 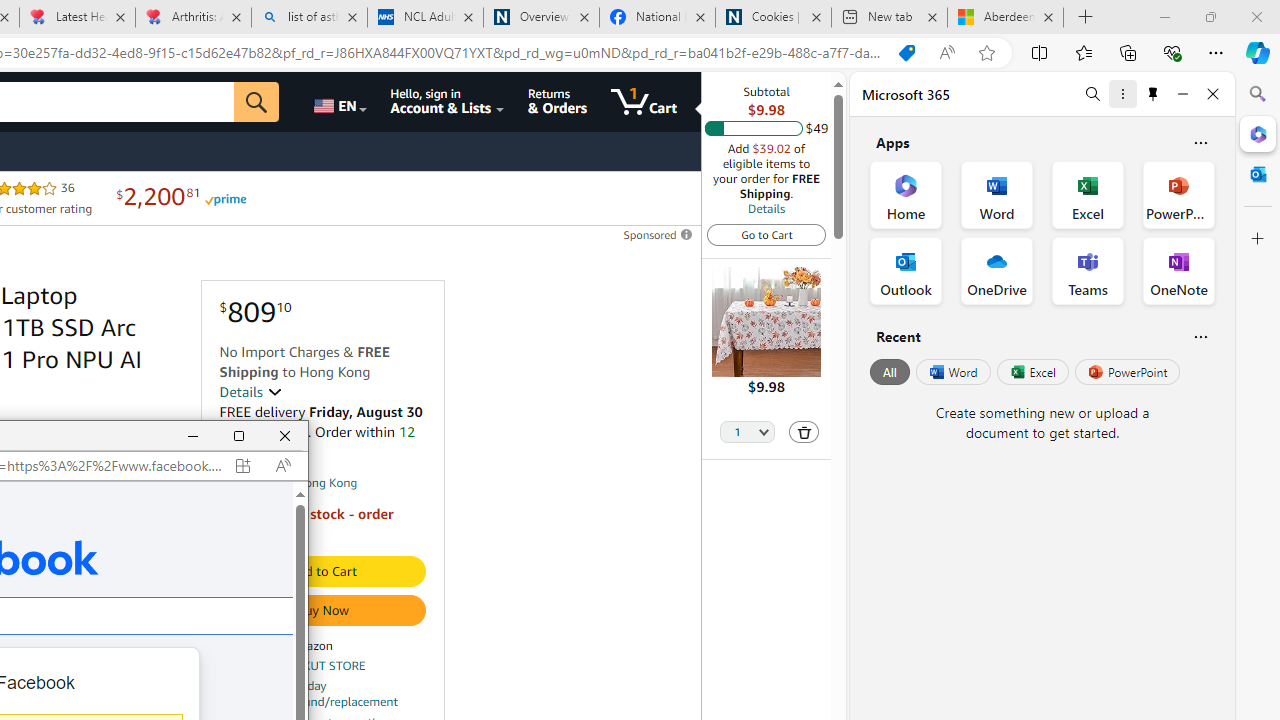 I want to click on 'NCL Adult Asthma Inhaler Choice Guideline', so click(x=423, y=17).